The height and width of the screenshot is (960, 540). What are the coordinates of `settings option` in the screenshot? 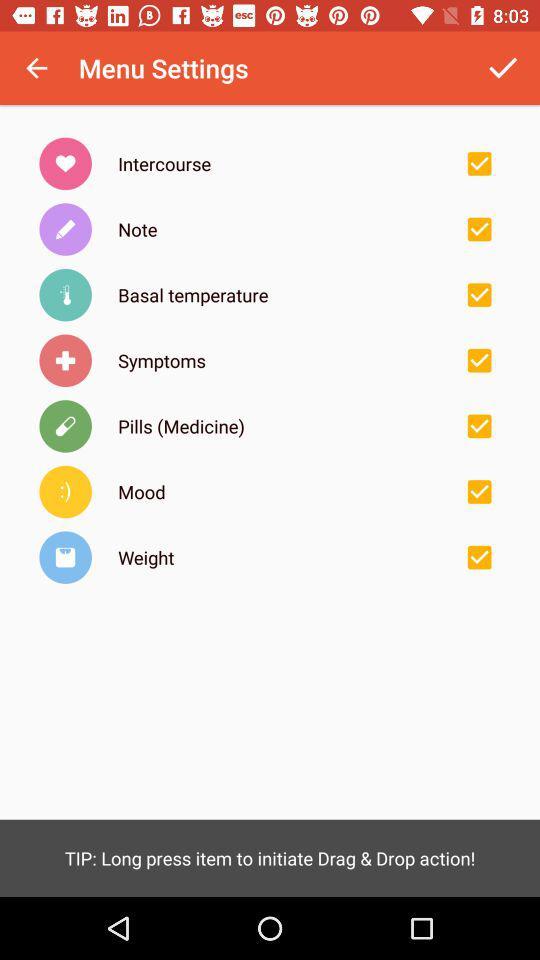 It's located at (478, 162).